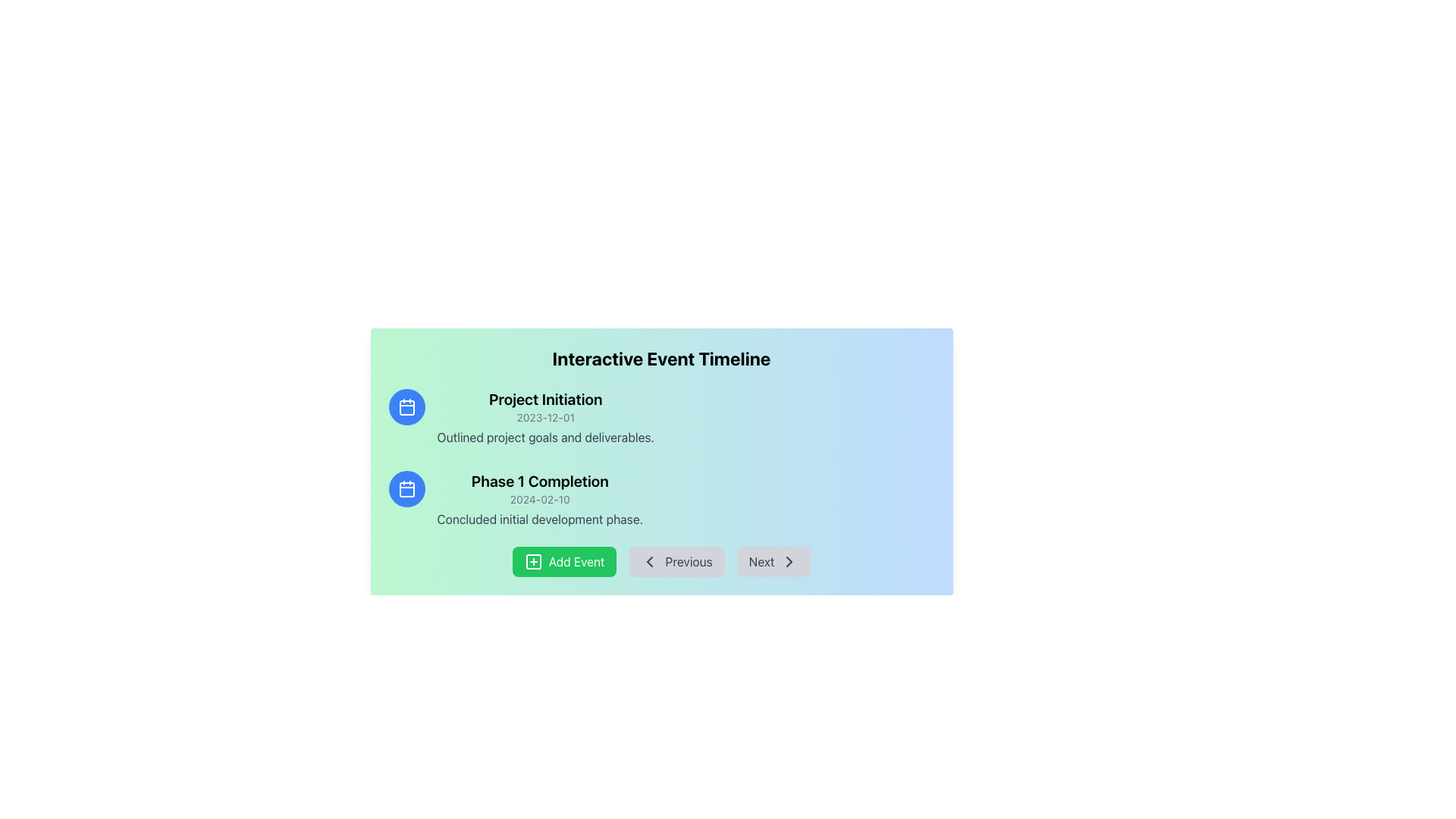 This screenshot has height=819, width=1456. What do you see at coordinates (540, 519) in the screenshot?
I see `the text label providing additional detail about the 'Phase 1 Completion' event located below '2024-02-10' on the green background in the timeline` at bounding box center [540, 519].